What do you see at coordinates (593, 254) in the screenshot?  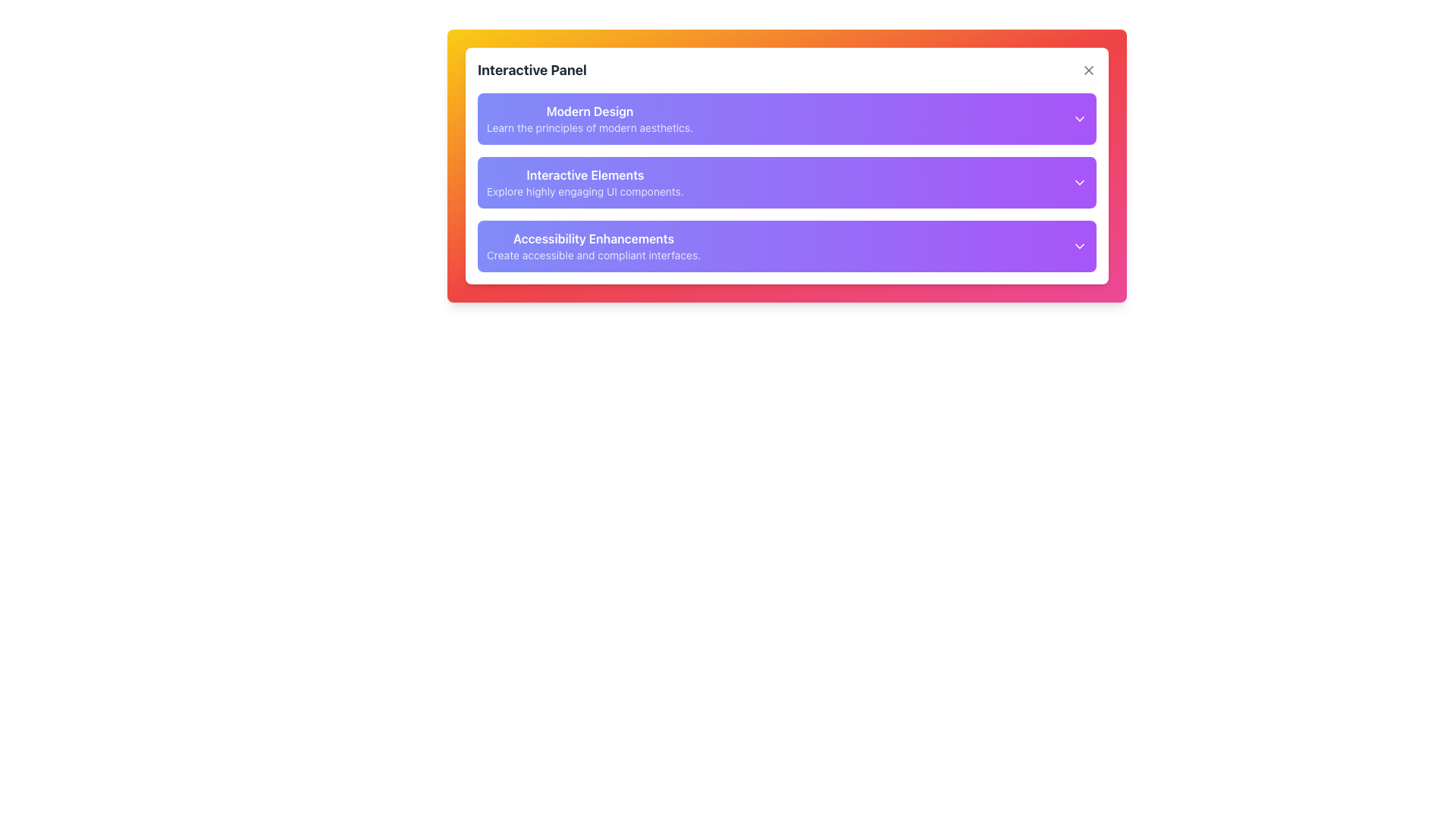 I see `the descriptive text label located below the 'Accessibility Enhancements' title in the interactive panel` at bounding box center [593, 254].